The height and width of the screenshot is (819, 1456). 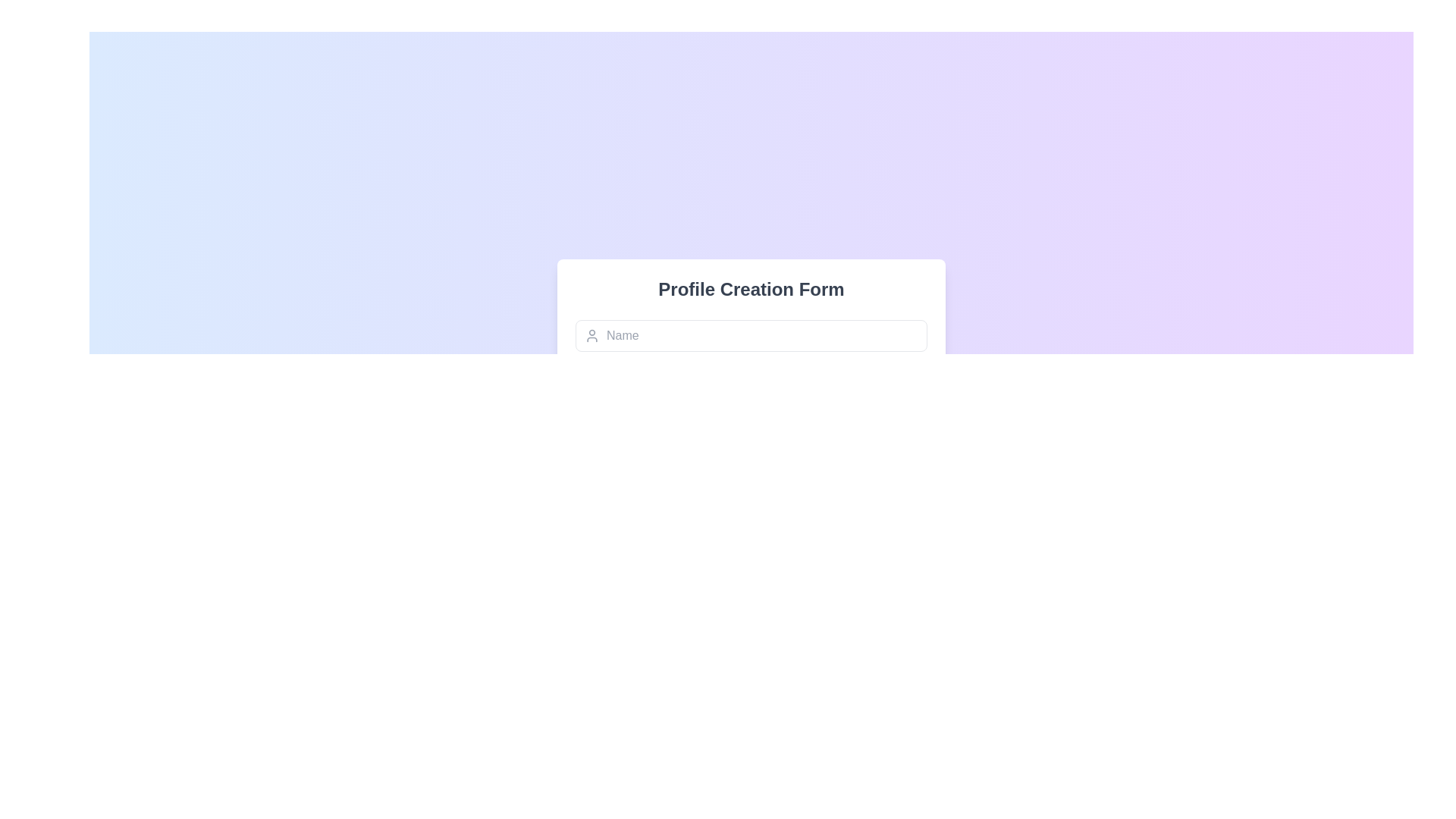 I want to click on text label that serves as a title for the profile creation form, positioned directly above the 'Name' input field, so click(x=751, y=289).